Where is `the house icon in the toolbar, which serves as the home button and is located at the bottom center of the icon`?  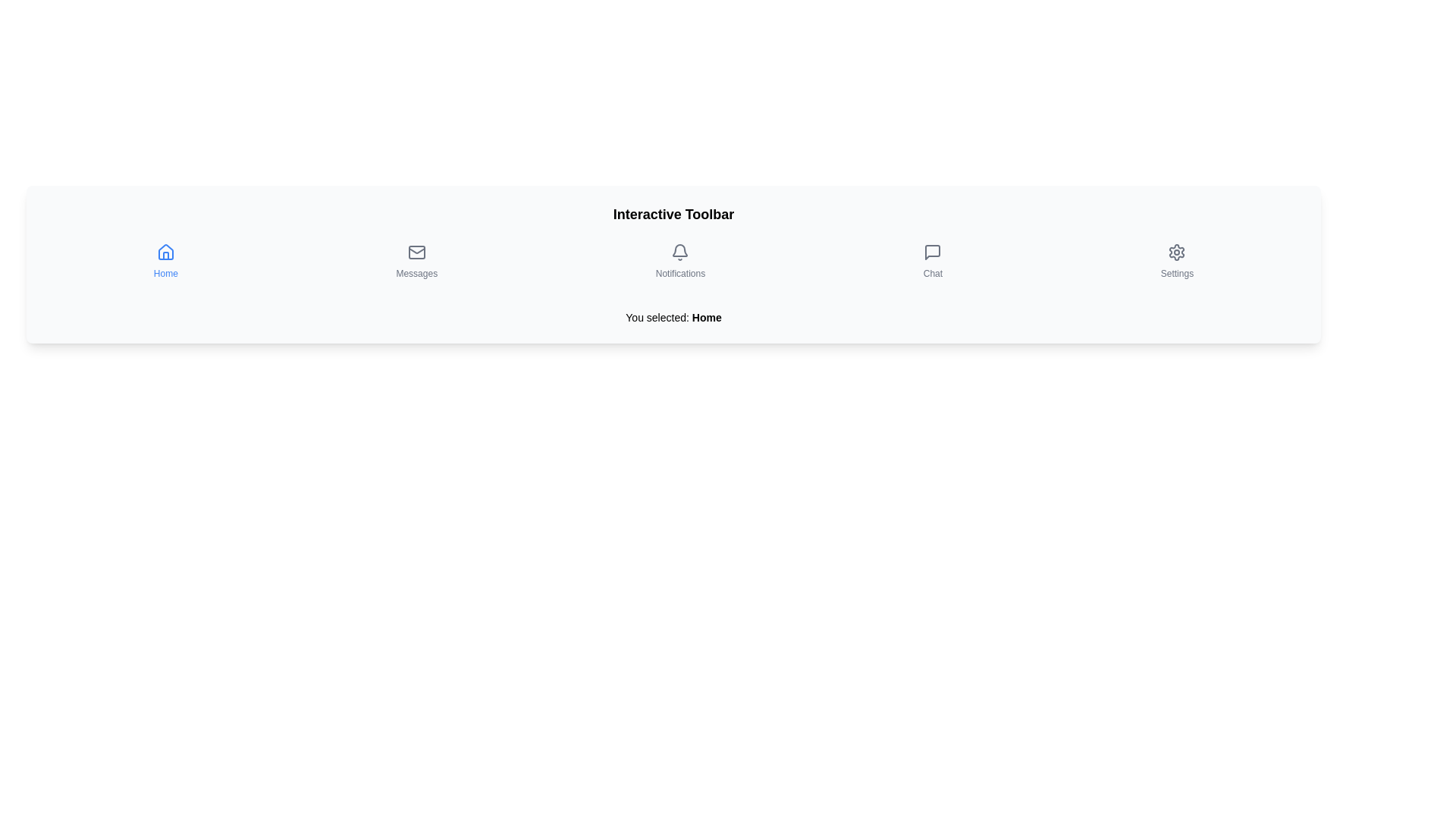
the house icon in the toolbar, which serves as the home button and is located at the bottom center of the icon is located at coordinates (165, 255).